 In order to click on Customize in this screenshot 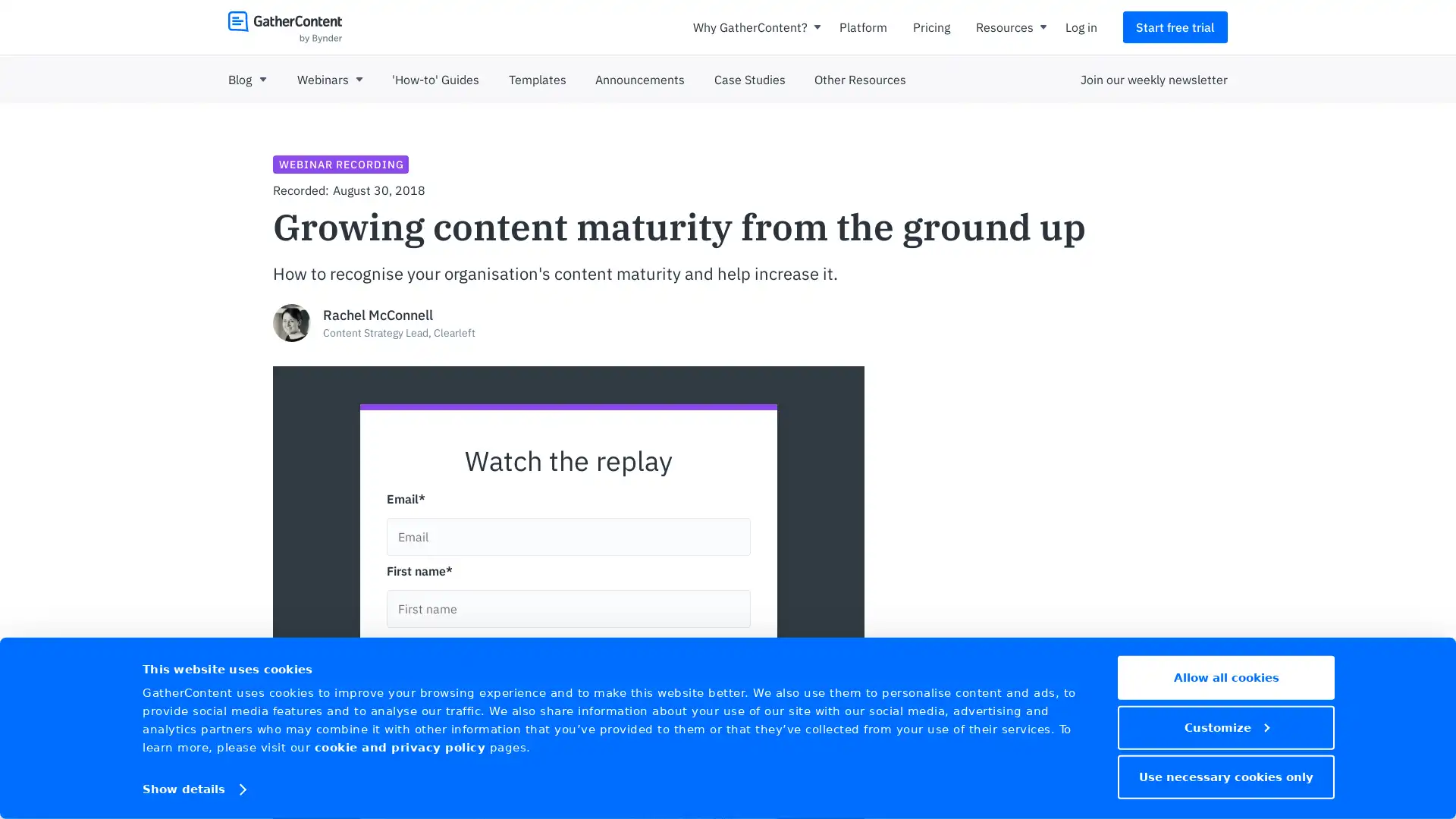, I will do `click(1226, 726)`.